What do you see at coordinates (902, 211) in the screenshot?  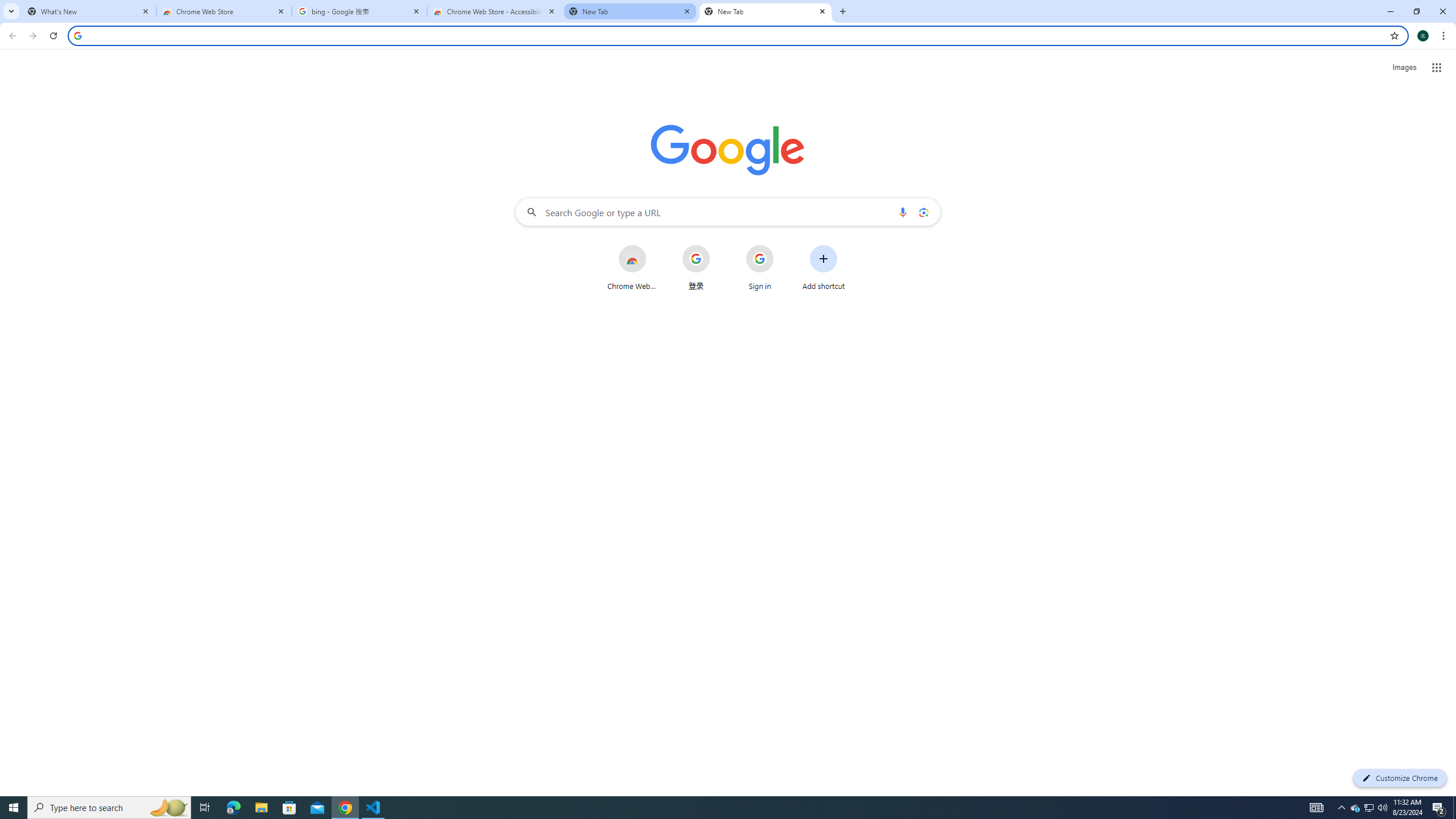 I see `'Search by voice'` at bounding box center [902, 211].